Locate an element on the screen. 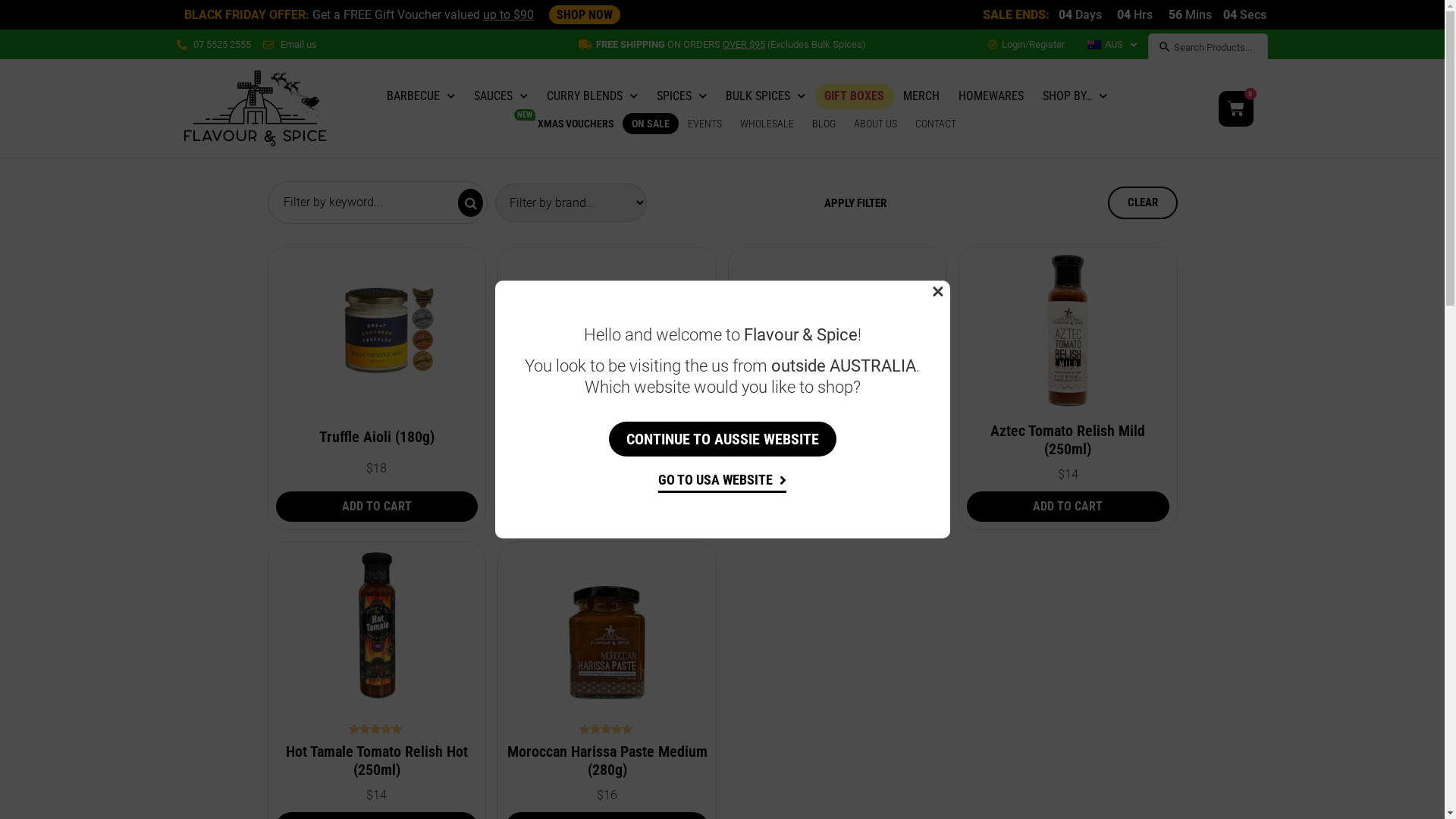 This screenshot has height=819, width=1456. 'ABOUT US' is located at coordinates (875, 122).